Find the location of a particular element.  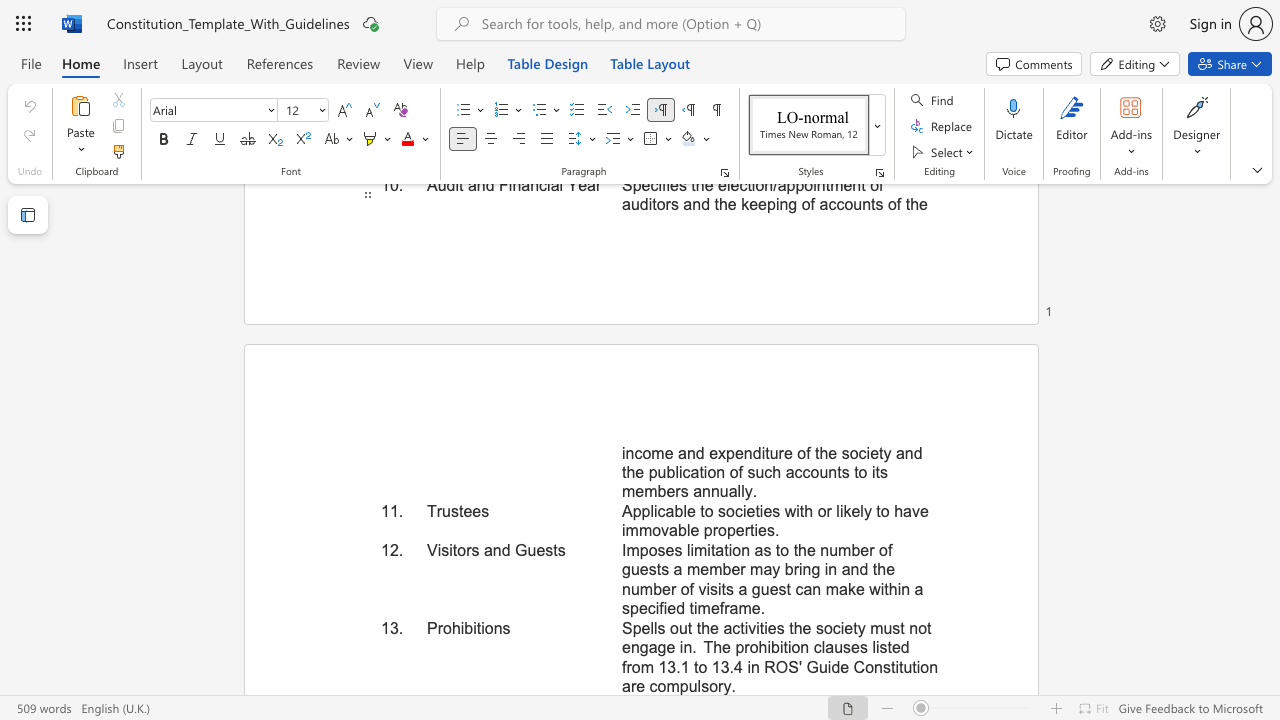

the 7th character "i" in the text is located at coordinates (780, 647).